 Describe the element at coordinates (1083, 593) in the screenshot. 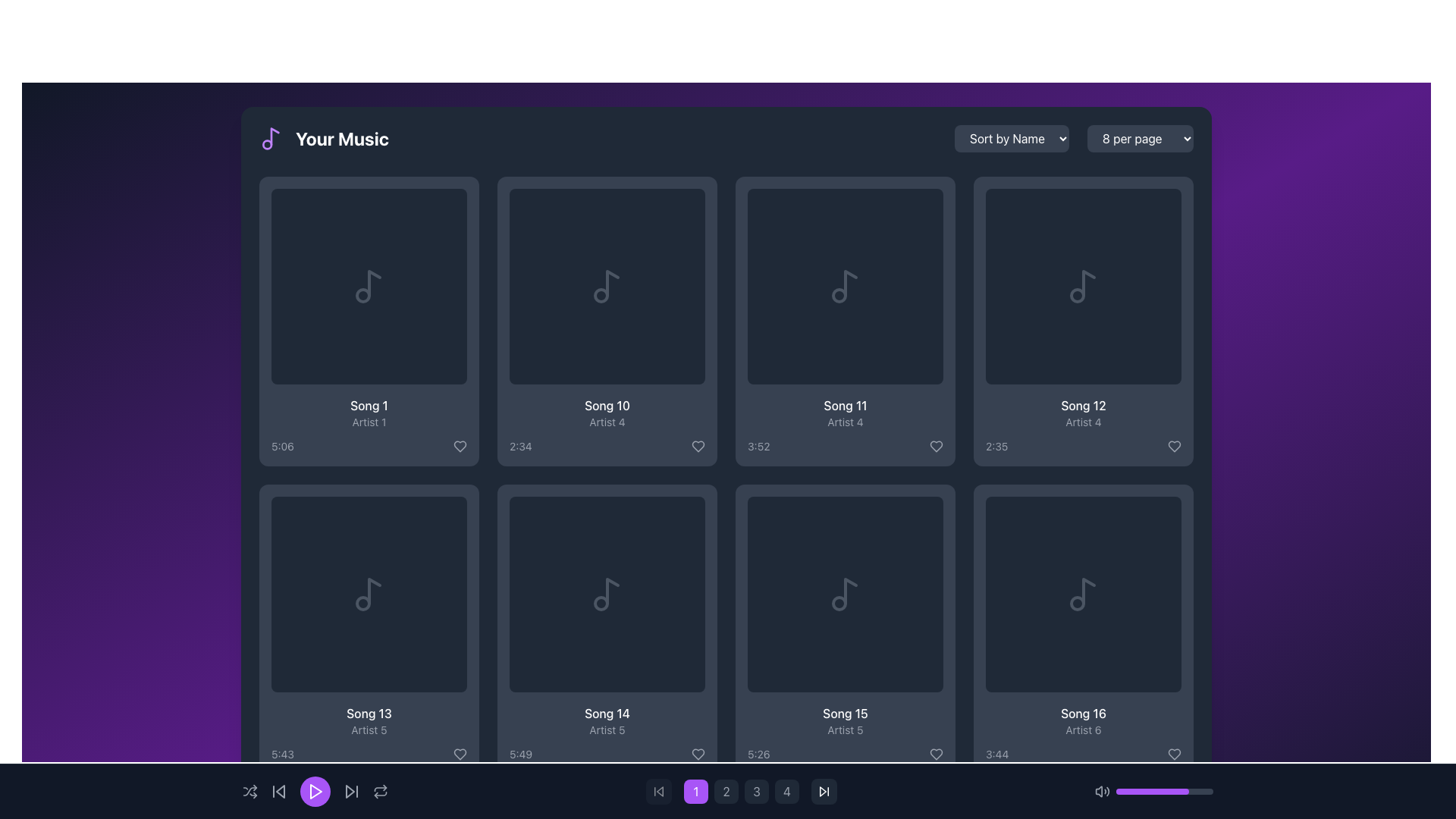

I see `the musical note icon with a gray outline in the lower-right panel` at that location.